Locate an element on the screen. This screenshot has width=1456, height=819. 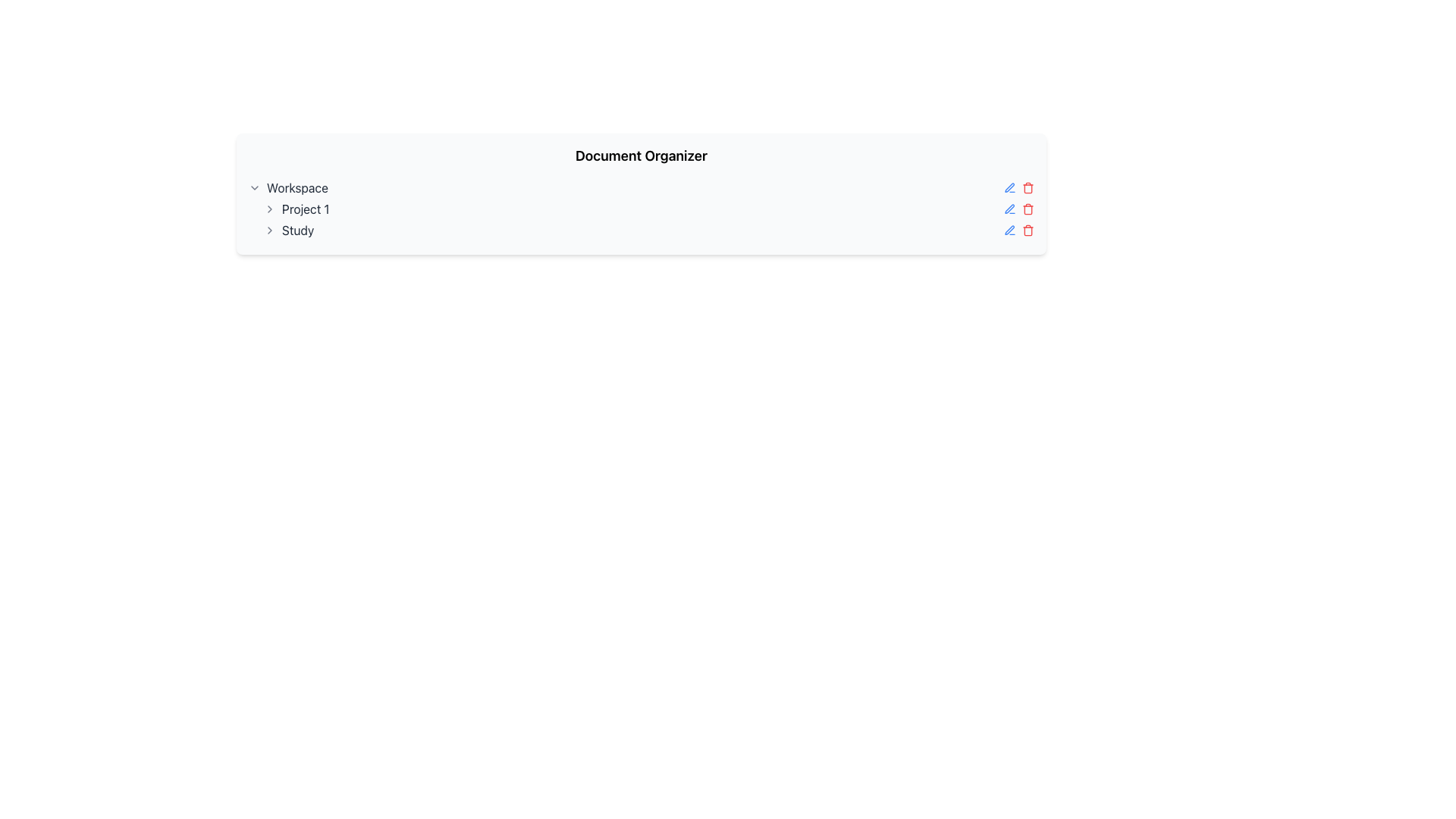
the second text label in the vertical hierarchy, which is located between 'Workspace' and 'Study' is located at coordinates (305, 209).